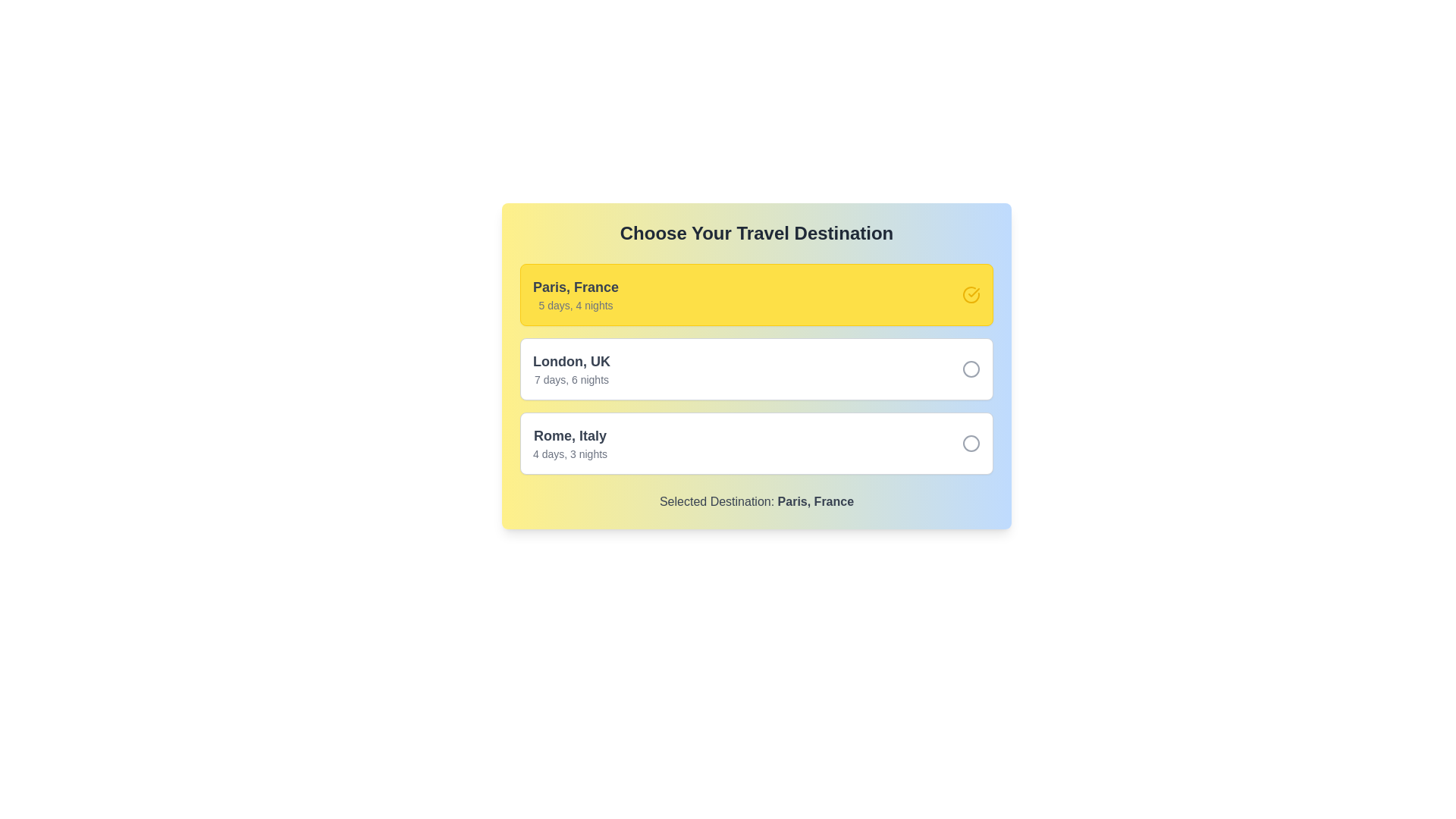 Image resolution: width=1456 pixels, height=819 pixels. What do you see at coordinates (575, 287) in the screenshot?
I see `the text label displaying the travel destination 'Paris, France', which is centrally placed within the yellow-highlighted first option of the list of destinations` at bounding box center [575, 287].